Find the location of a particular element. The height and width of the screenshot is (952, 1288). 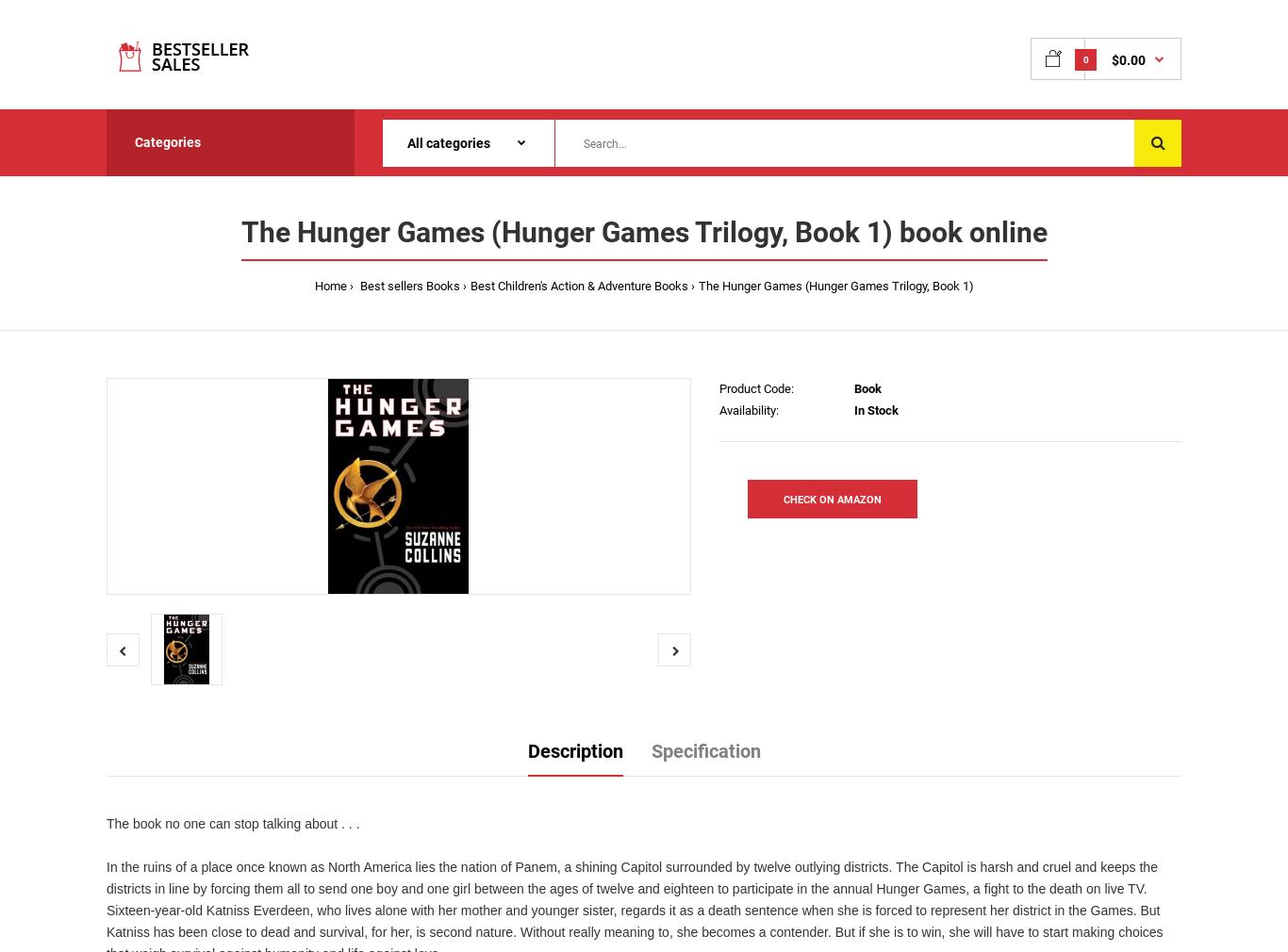

'Your shopping cart is empty!' is located at coordinates (940, 169).